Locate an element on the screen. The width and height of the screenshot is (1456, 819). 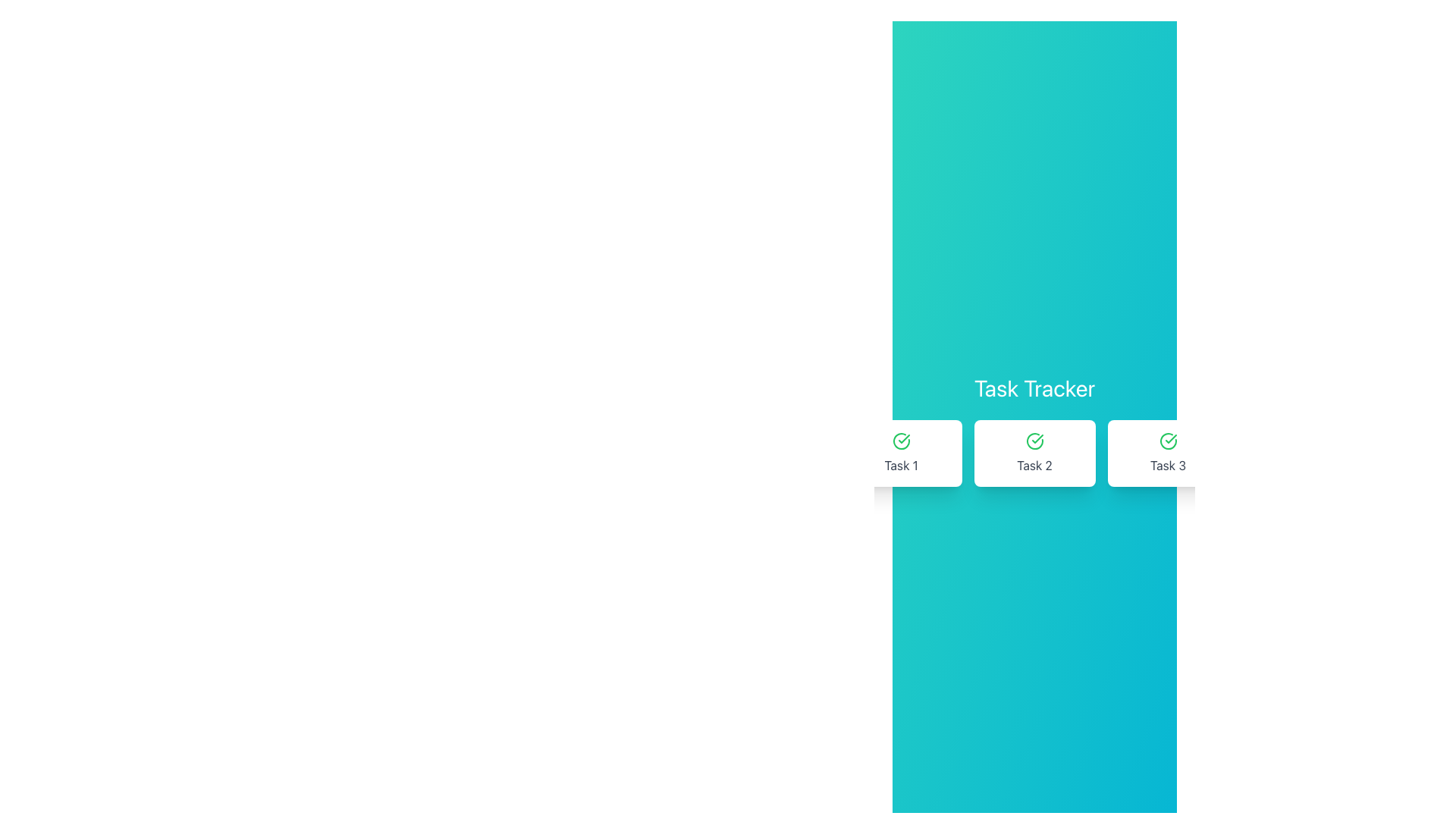
text component displaying 'Task 2', which is located at the center bottom of a white card with rounded corners is located at coordinates (1034, 464).